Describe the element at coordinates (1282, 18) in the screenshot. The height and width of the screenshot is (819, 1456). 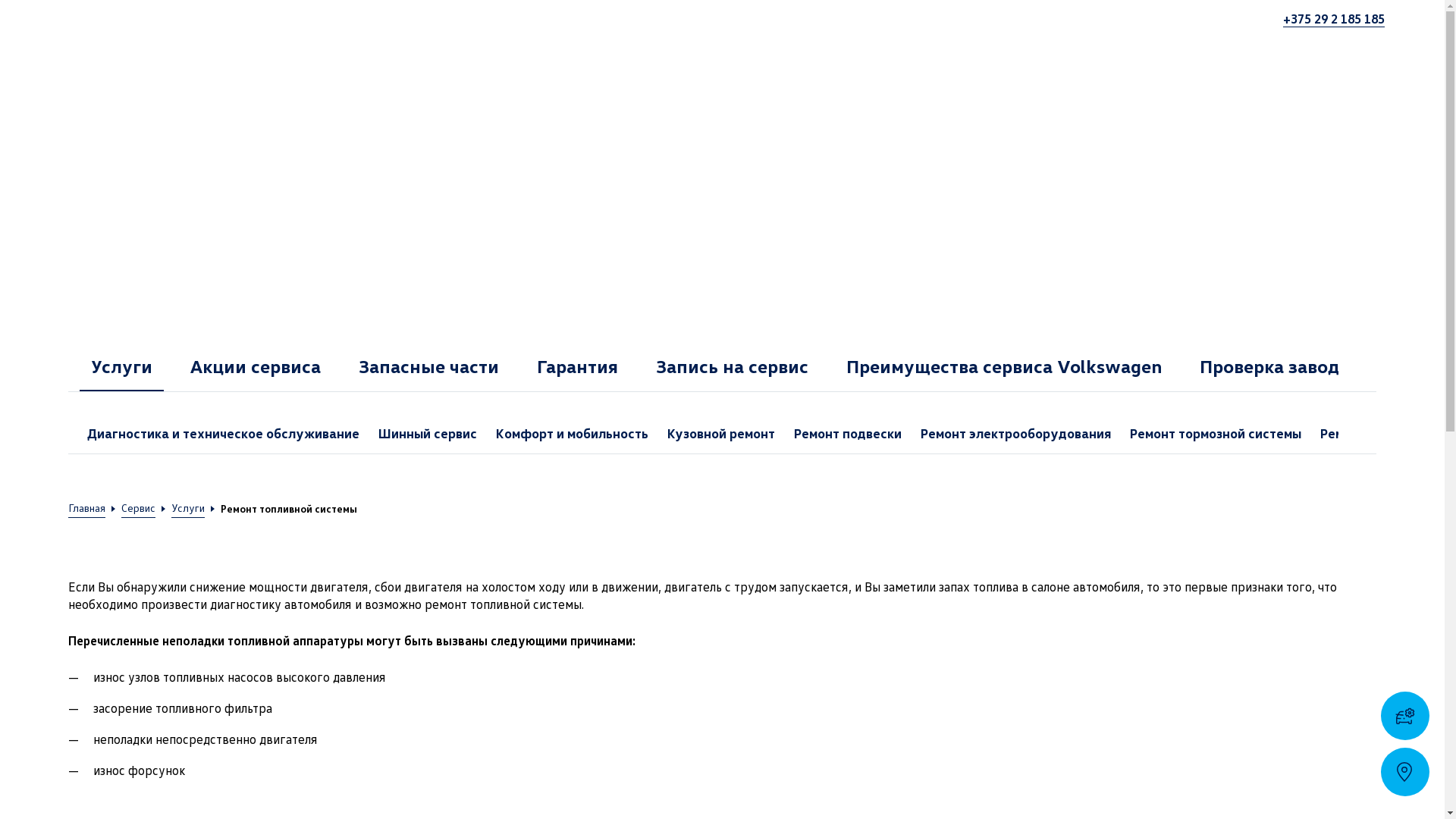
I see `'+375 29 2 185 185'` at that location.